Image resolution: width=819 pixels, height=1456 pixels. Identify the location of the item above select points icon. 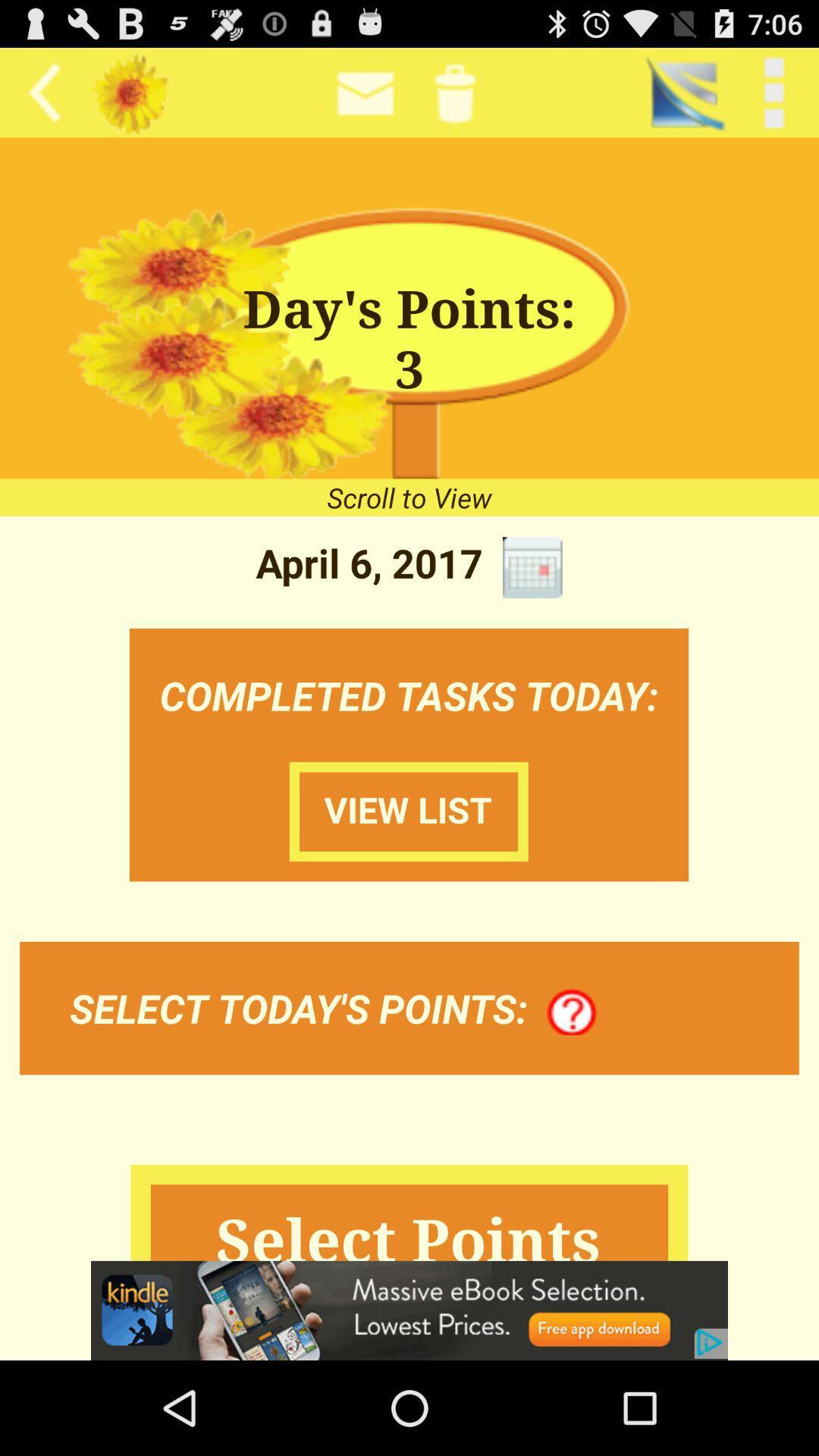
(572, 1012).